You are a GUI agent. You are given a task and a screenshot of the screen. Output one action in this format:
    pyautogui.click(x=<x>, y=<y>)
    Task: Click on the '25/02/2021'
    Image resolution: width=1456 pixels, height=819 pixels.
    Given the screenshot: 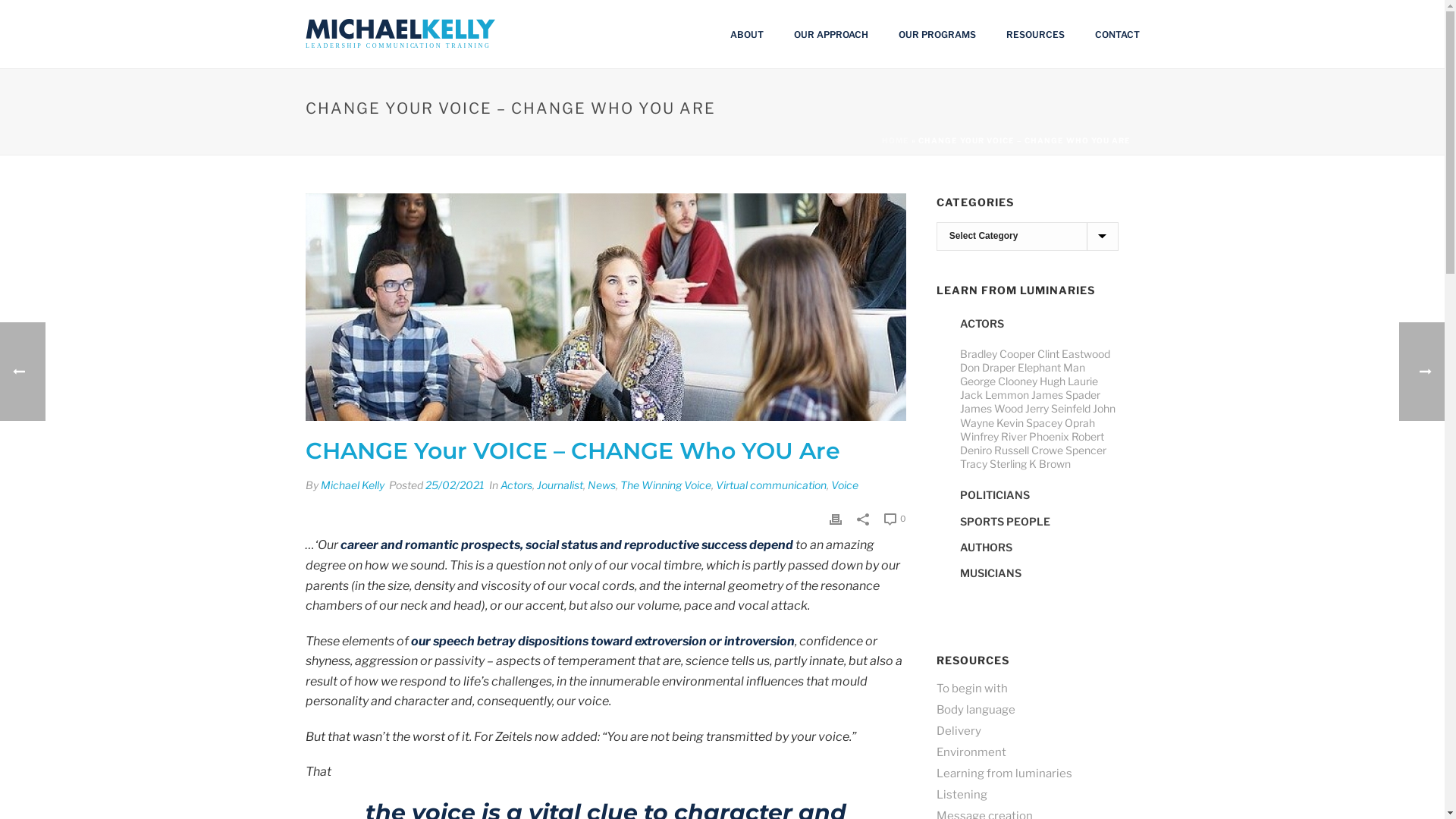 What is the action you would take?
    pyautogui.click(x=453, y=485)
    